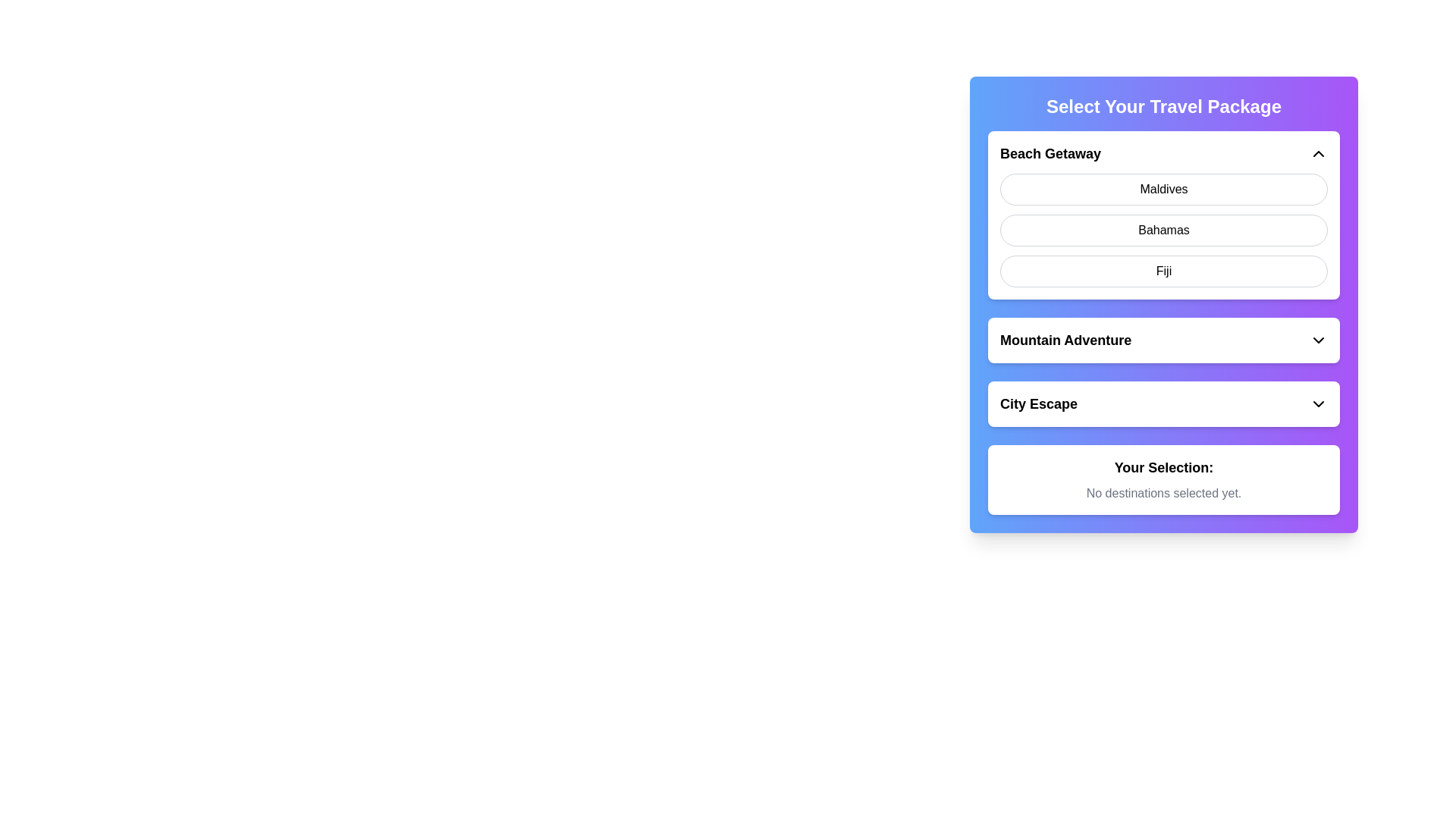  I want to click on the chevron icon used to collapse the 'Beach Getaway' menu in the 'Select Your Travel Package' interface, so click(1317, 154).